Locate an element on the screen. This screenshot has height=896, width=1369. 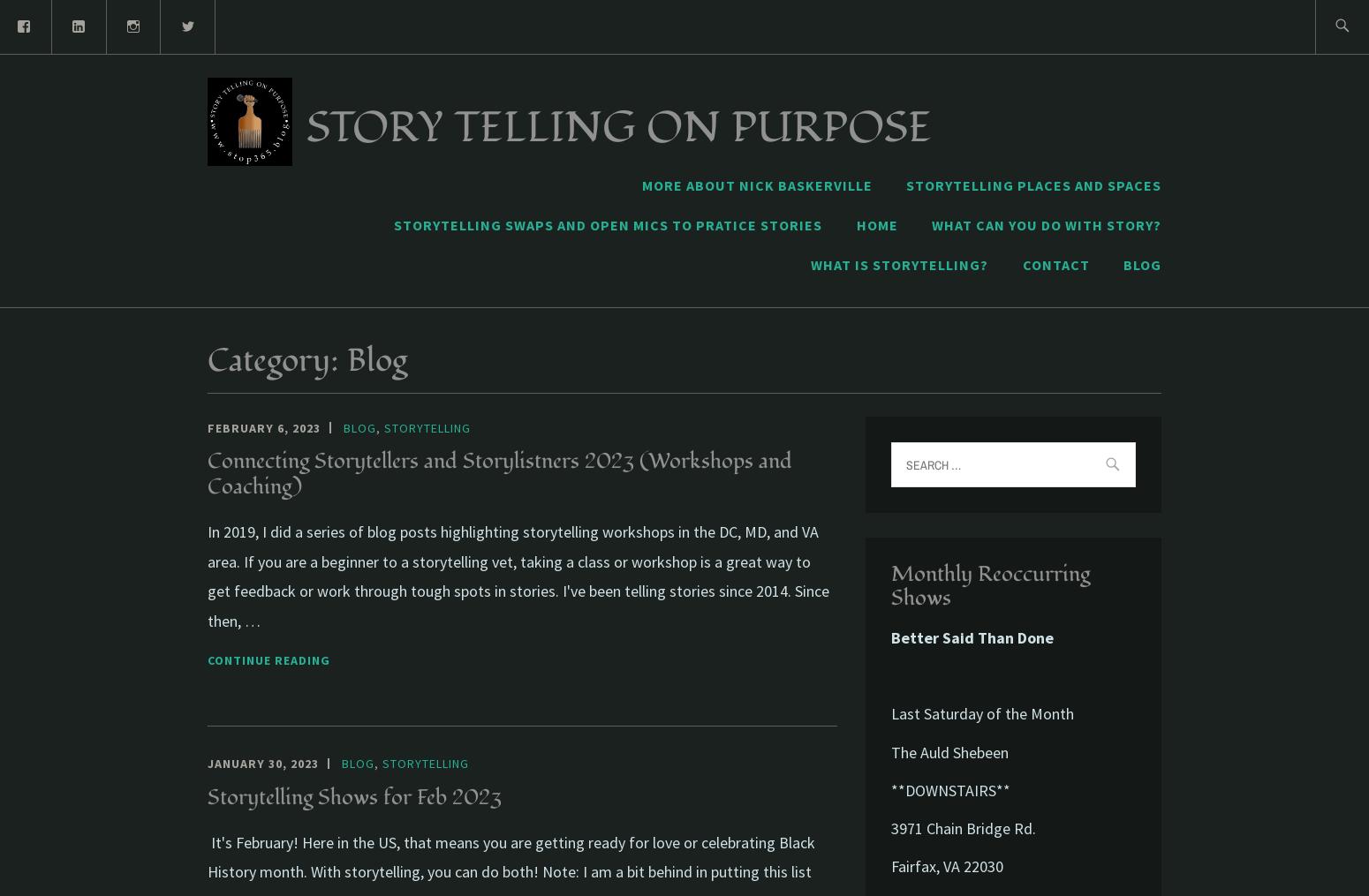
'Home' is located at coordinates (875, 224).